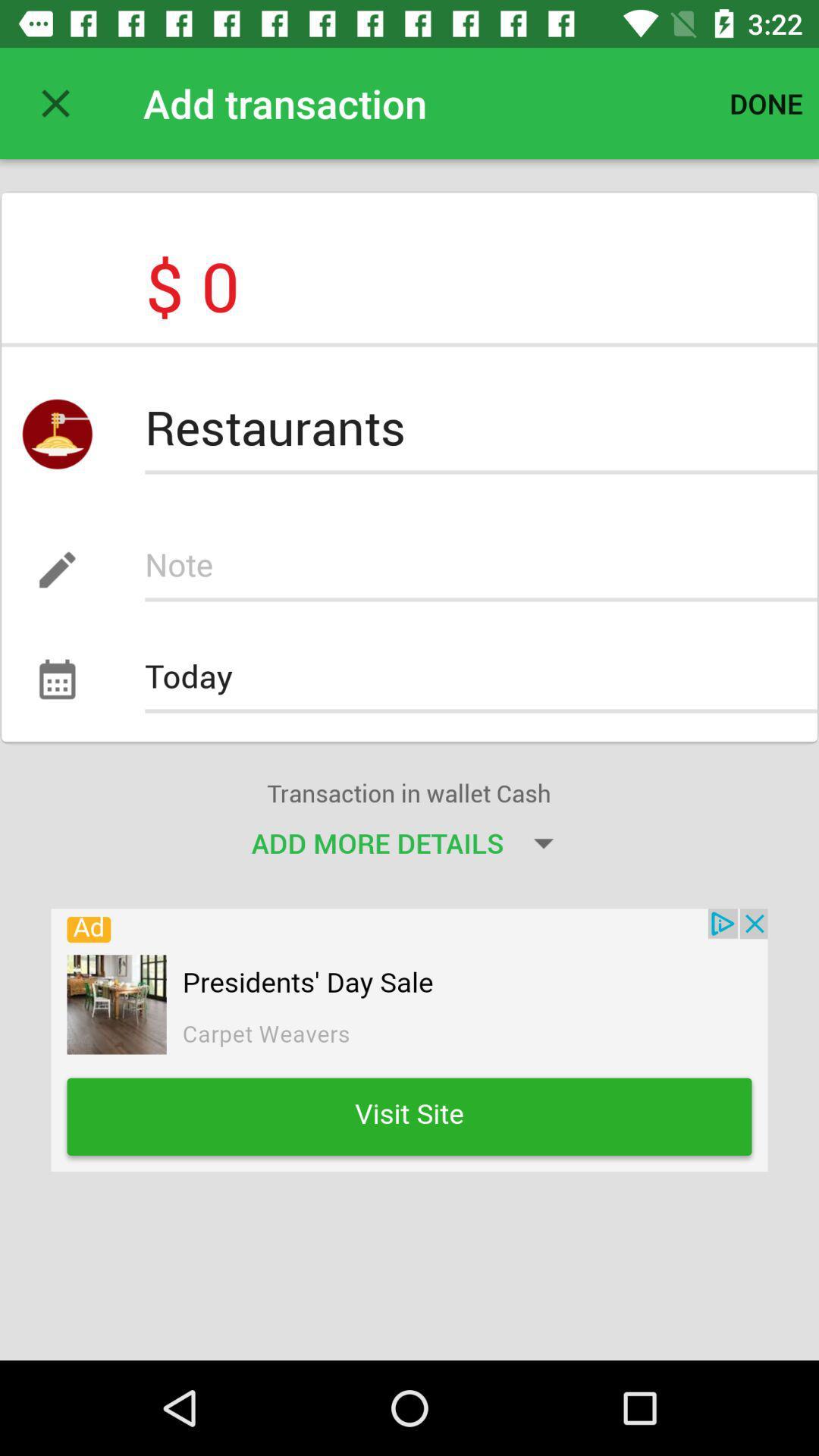  I want to click on notes box, so click(481, 569).